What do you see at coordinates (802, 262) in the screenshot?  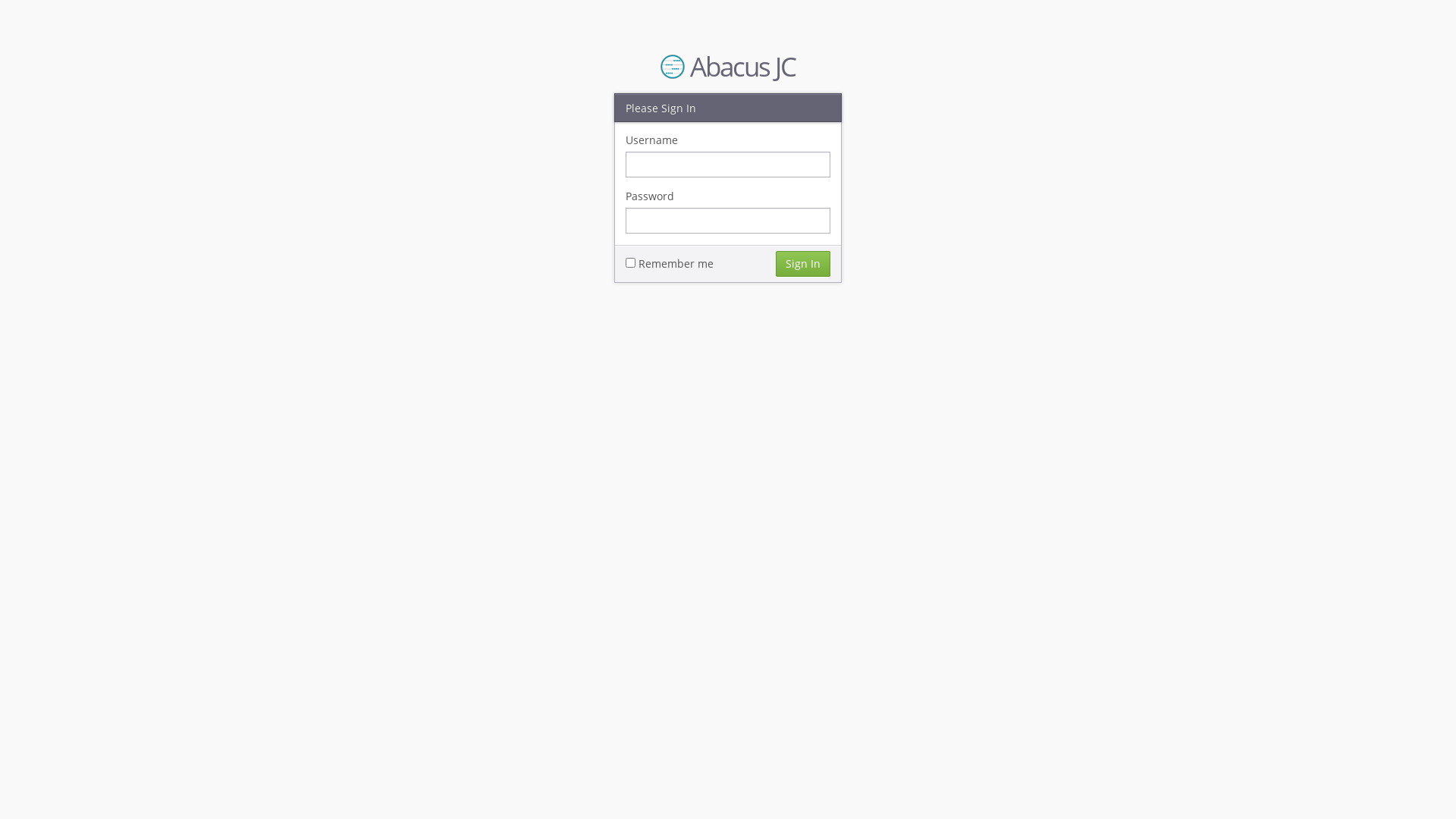 I see `'Sign In'` at bounding box center [802, 262].